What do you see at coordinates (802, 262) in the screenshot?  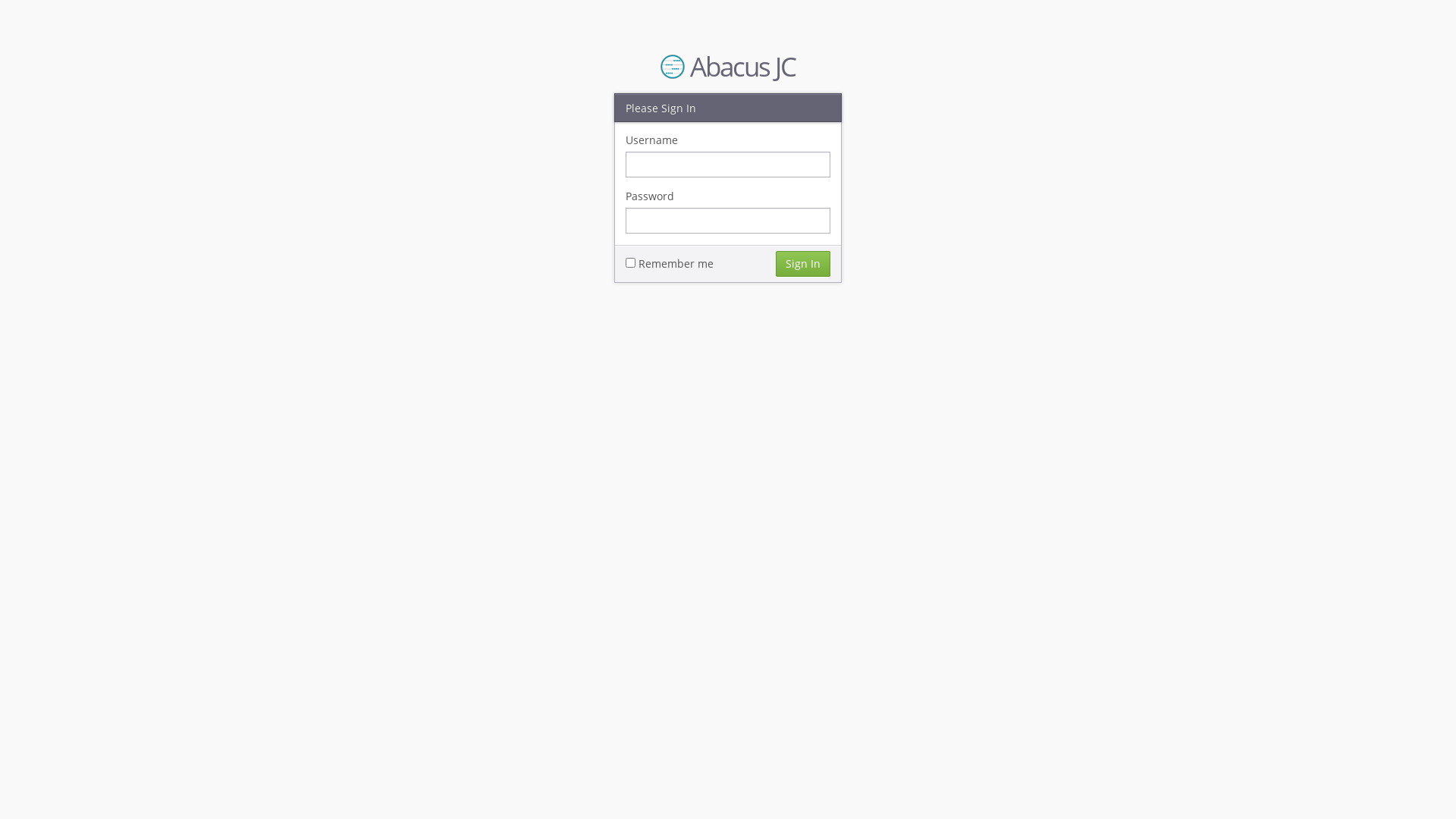 I see `'Sign In'` at bounding box center [802, 262].